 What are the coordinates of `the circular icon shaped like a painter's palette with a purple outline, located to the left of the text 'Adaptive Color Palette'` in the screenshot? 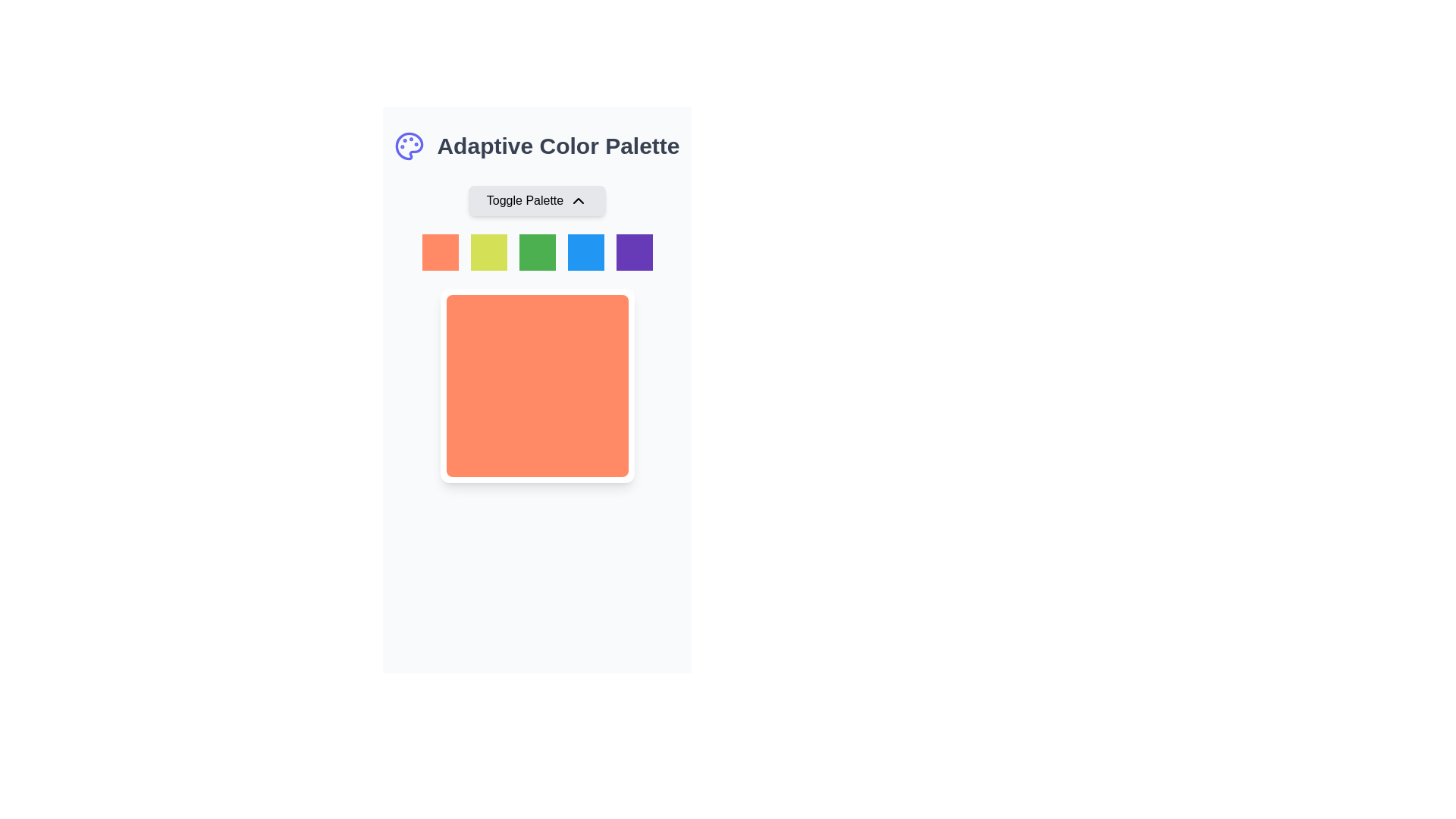 It's located at (409, 146).